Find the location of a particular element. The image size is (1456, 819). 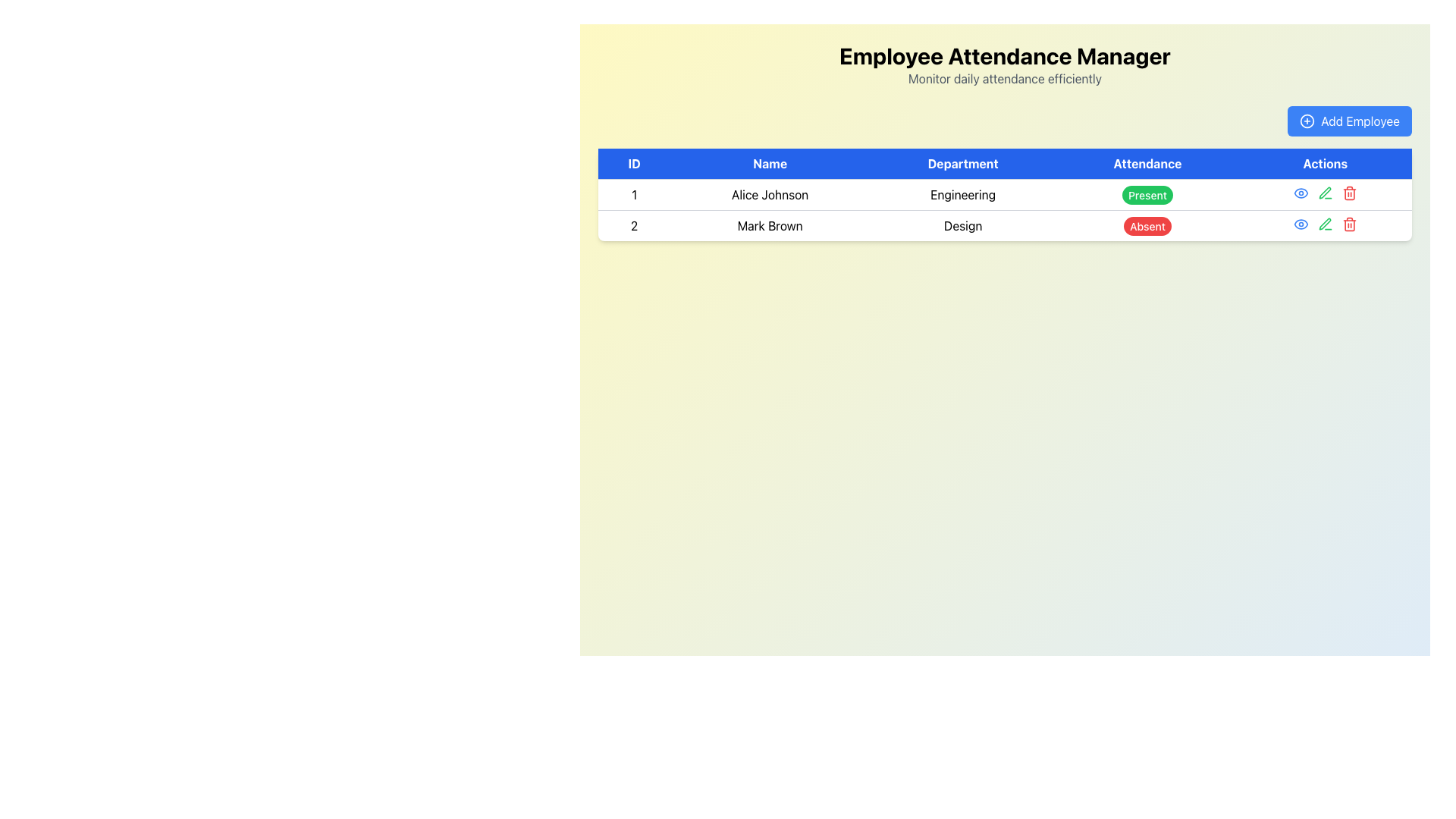

the delete button (trash icon) located in the 'Actions' column of the second row in the table is located at coordinates (1349, 224).